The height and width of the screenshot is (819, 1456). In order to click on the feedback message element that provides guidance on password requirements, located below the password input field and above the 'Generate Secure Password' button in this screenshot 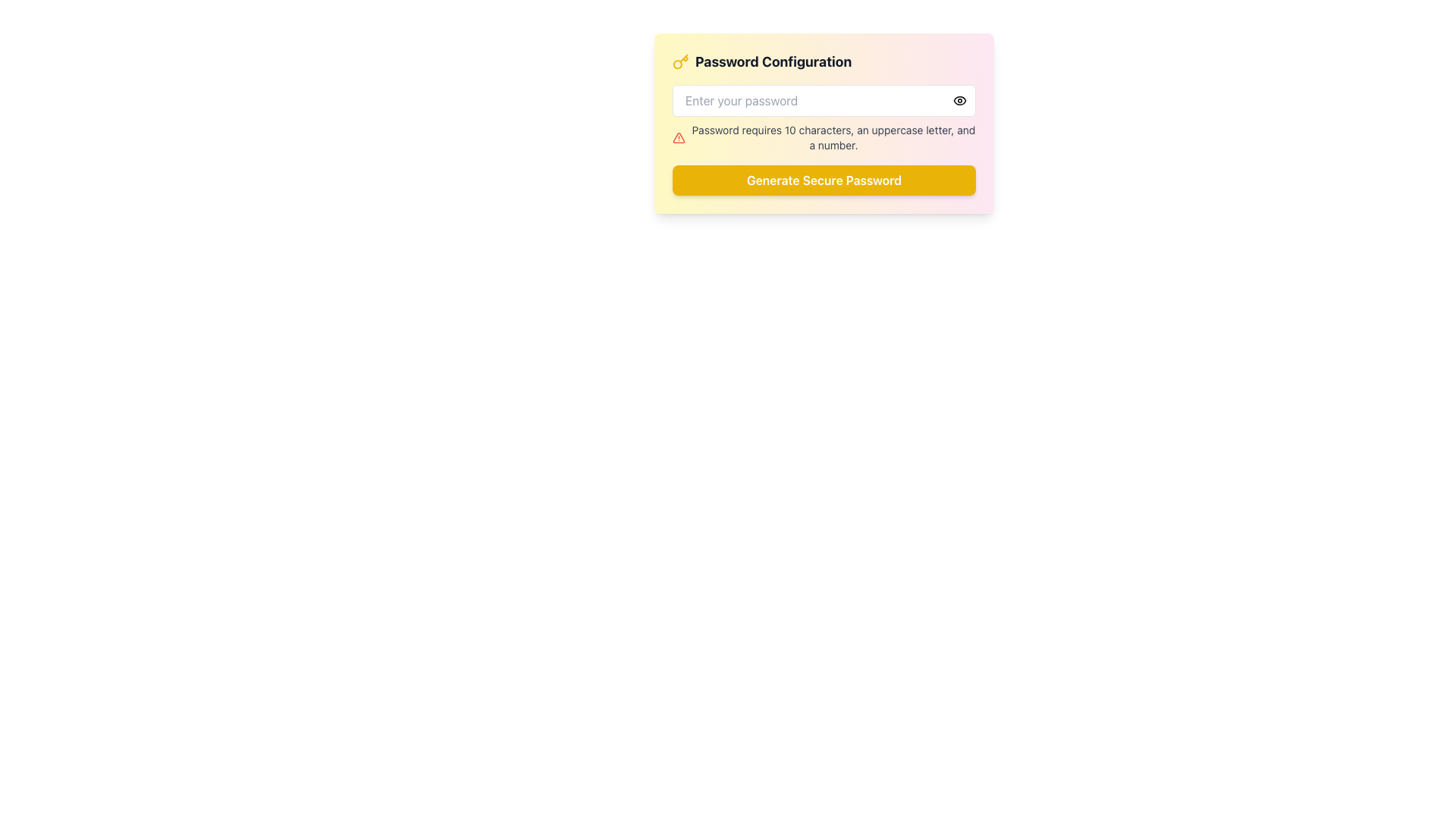, I will do `click(823, 137)`.